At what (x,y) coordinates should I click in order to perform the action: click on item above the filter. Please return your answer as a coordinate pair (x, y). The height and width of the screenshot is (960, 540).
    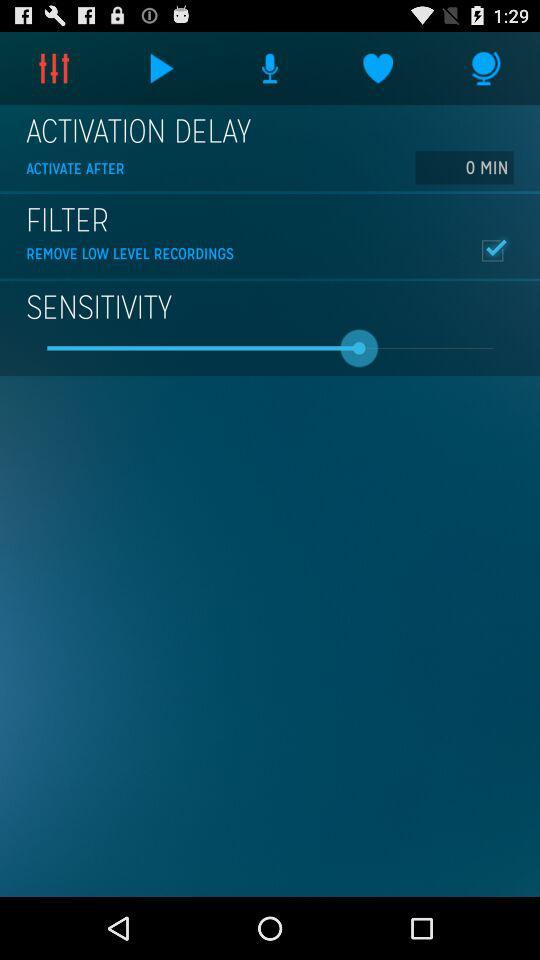
    Looking at the image, I should click on (464, 166).